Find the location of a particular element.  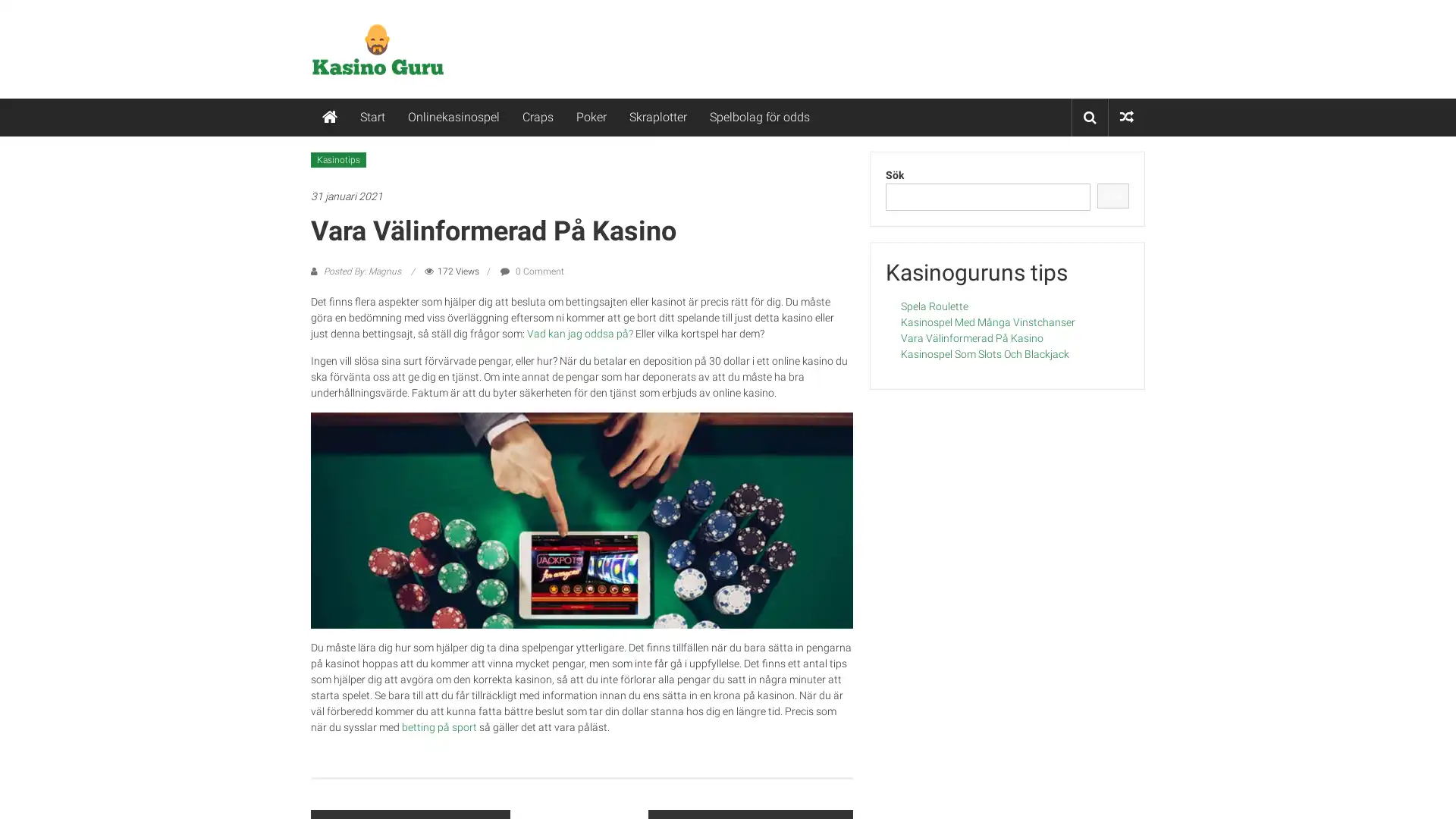

Sok is located at coordinates (1112, 195).